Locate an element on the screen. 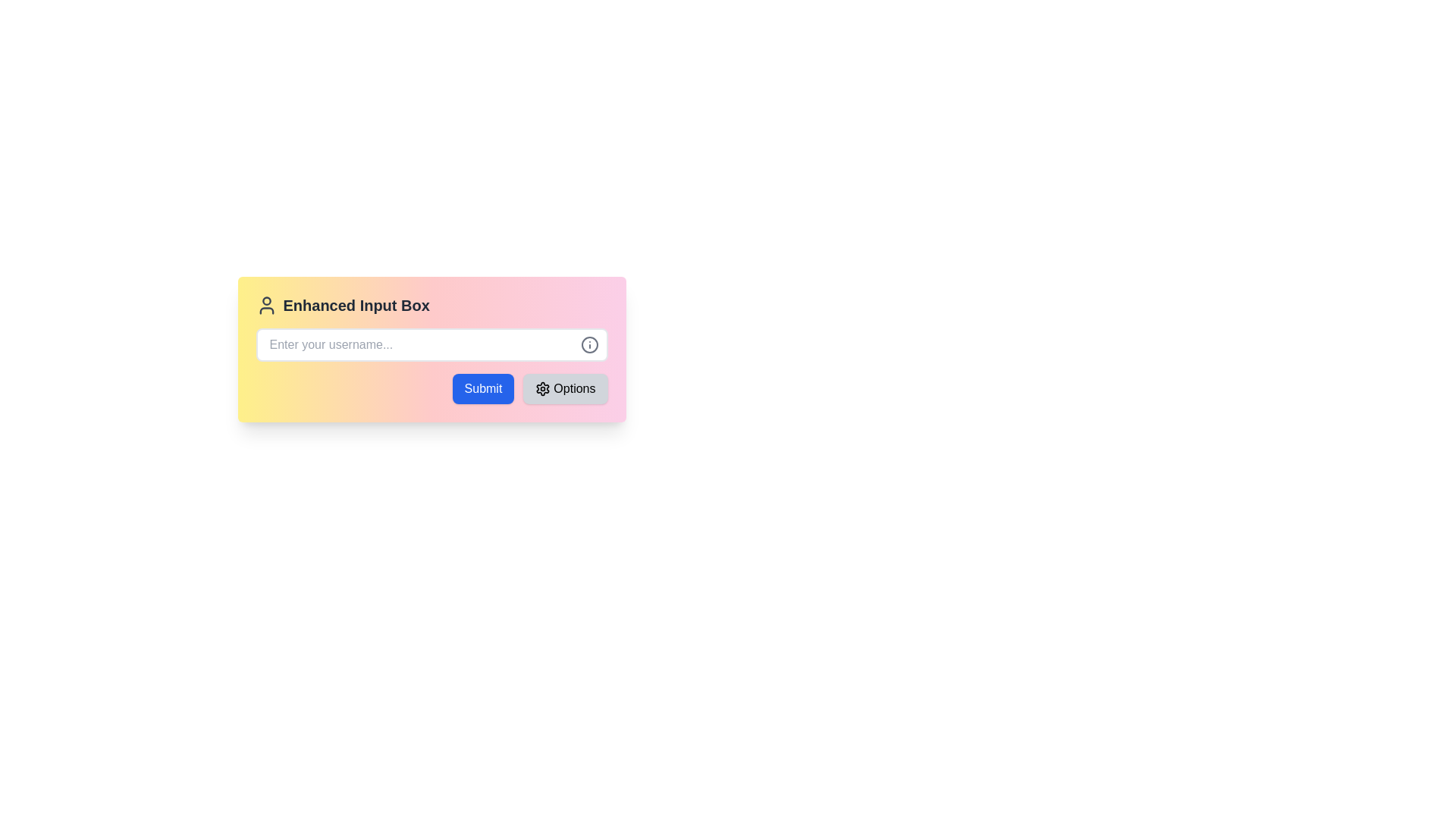  the circular icon with an outer rim and an inner vertical line located at the far right of the enhanced input box area, vertically aligned to the center of the input text field is located at coordinates (588, 345).